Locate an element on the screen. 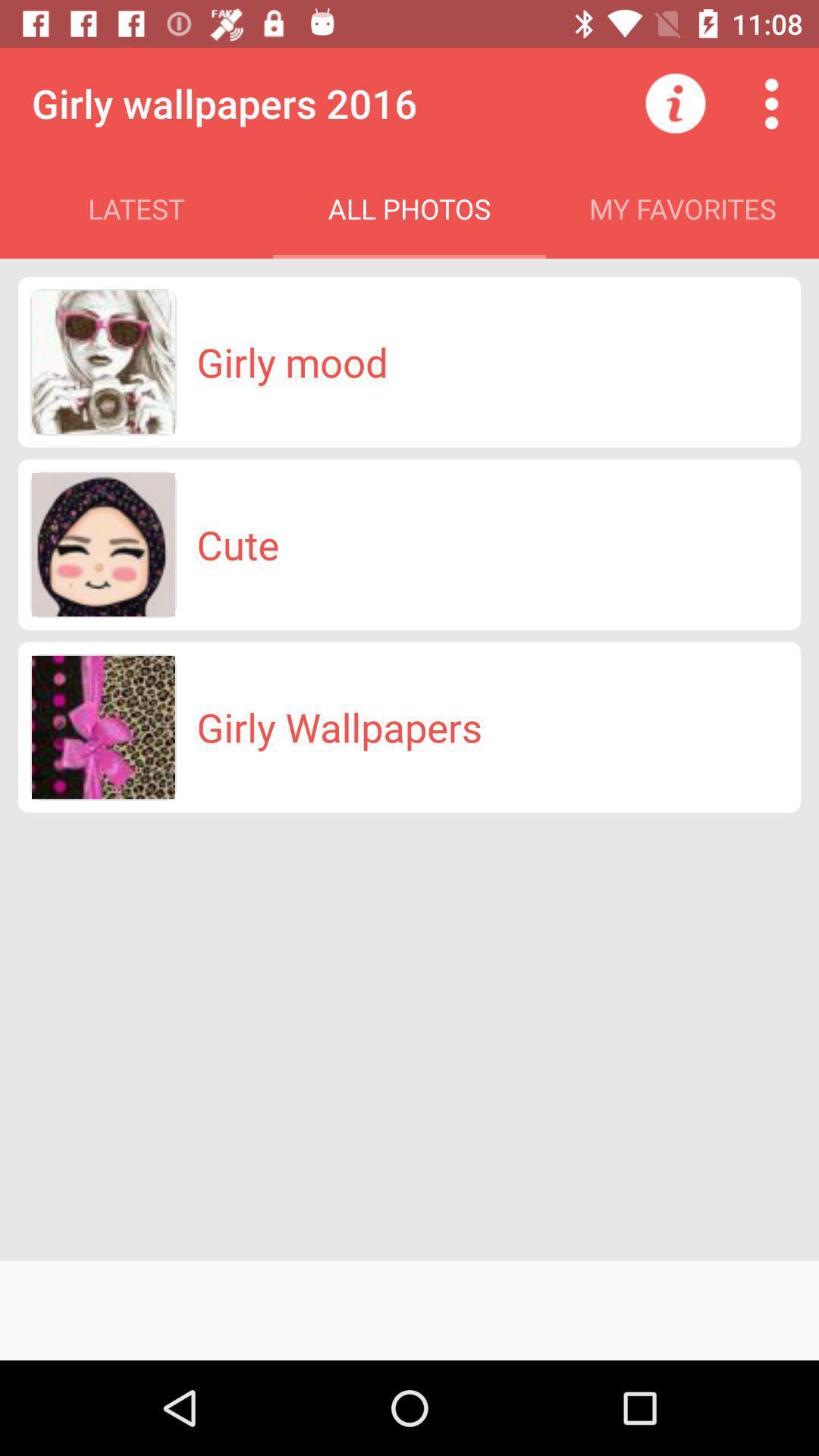  the item to the right of the all photos app is located at coordinates (675, 102).